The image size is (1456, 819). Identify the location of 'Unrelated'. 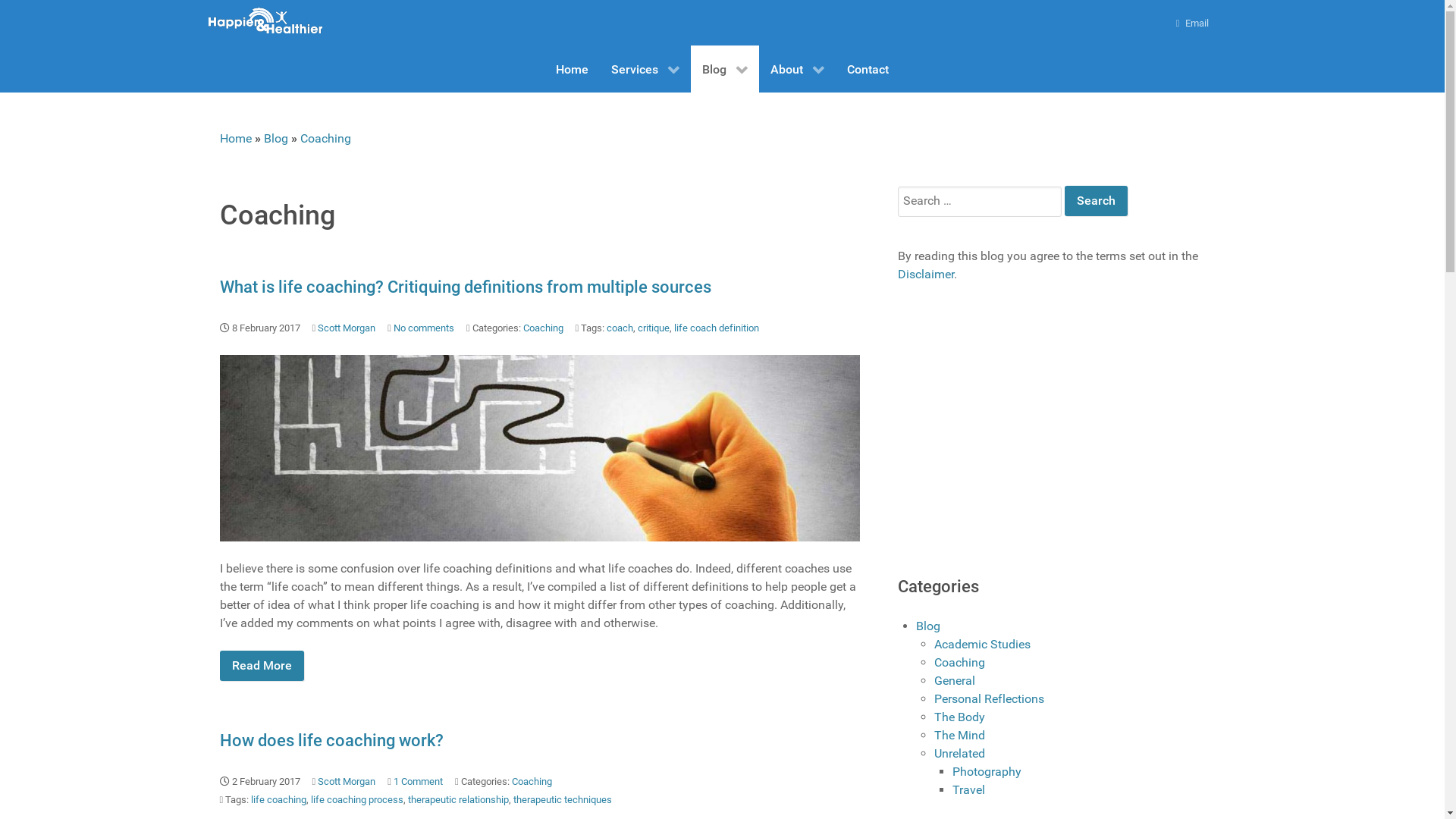
(959, 753).